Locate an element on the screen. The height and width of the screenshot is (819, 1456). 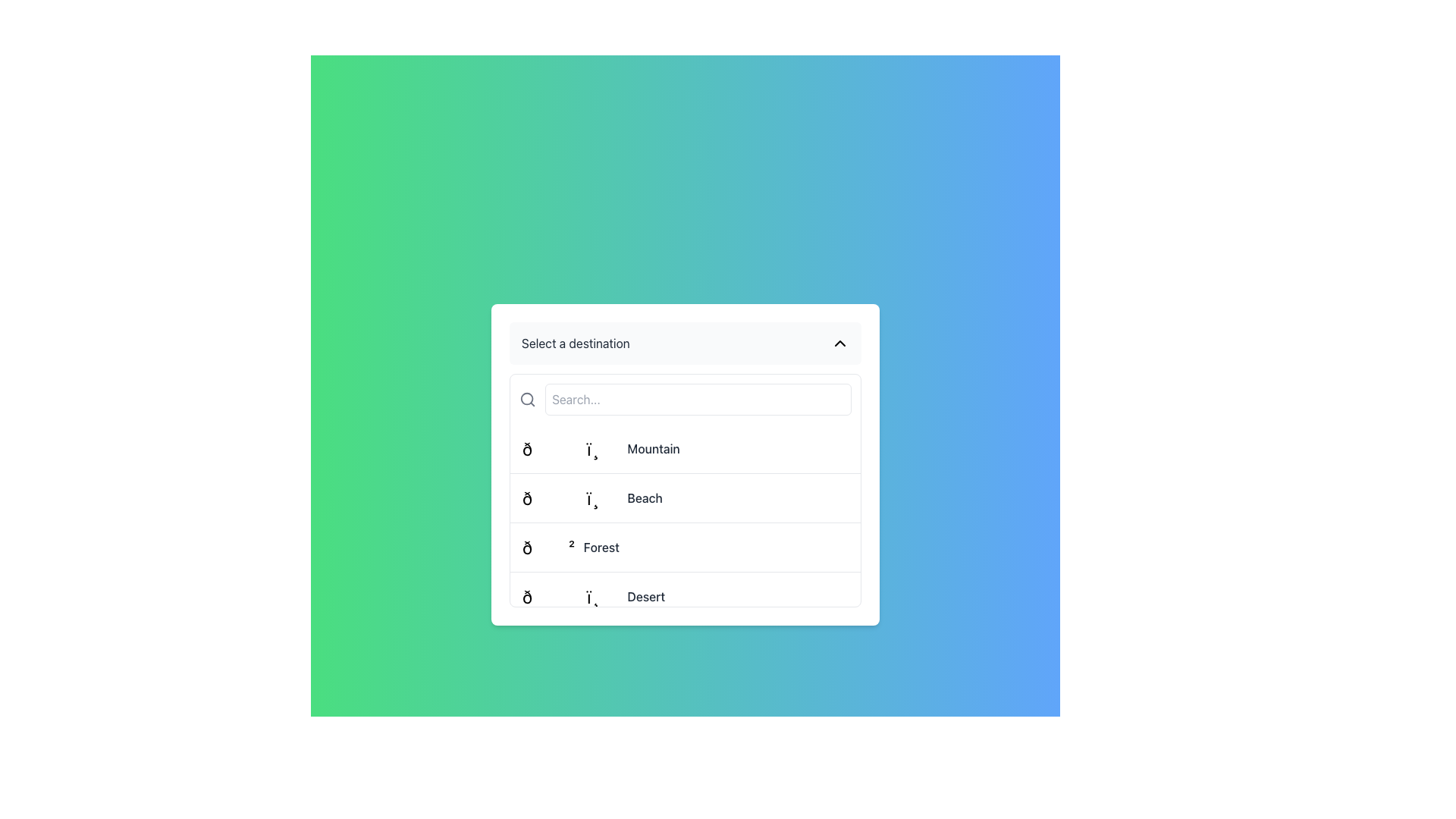
the upward-pointing chevron icon button located on the right side of the 'Select a destination' box is located at coordinates (839, 343).